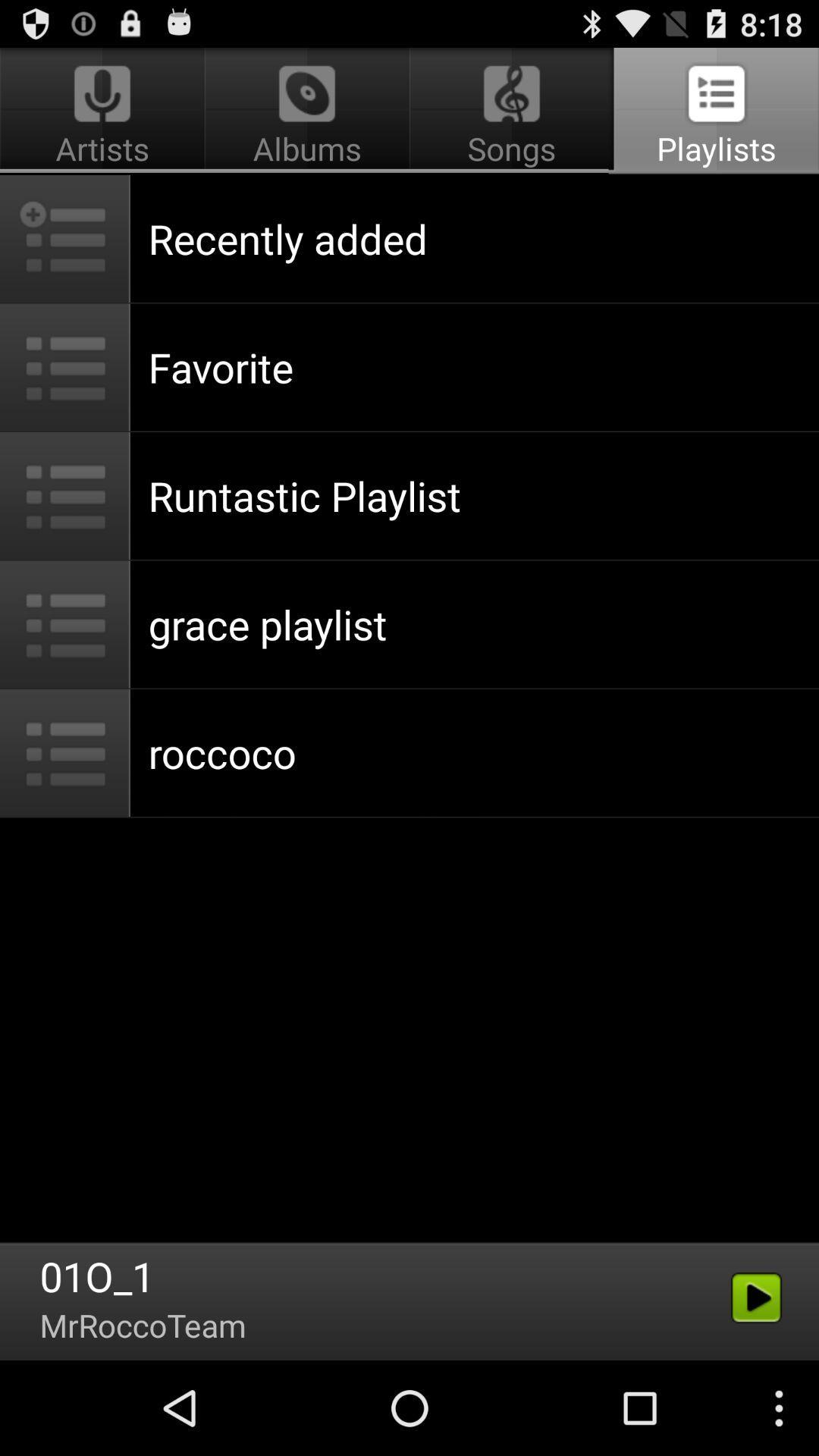 The height and width of the screenshot is (1456, 819). Describe the element at coordinates (104, 111) in the screenshot. I see `the item to the left of songs` at that location.